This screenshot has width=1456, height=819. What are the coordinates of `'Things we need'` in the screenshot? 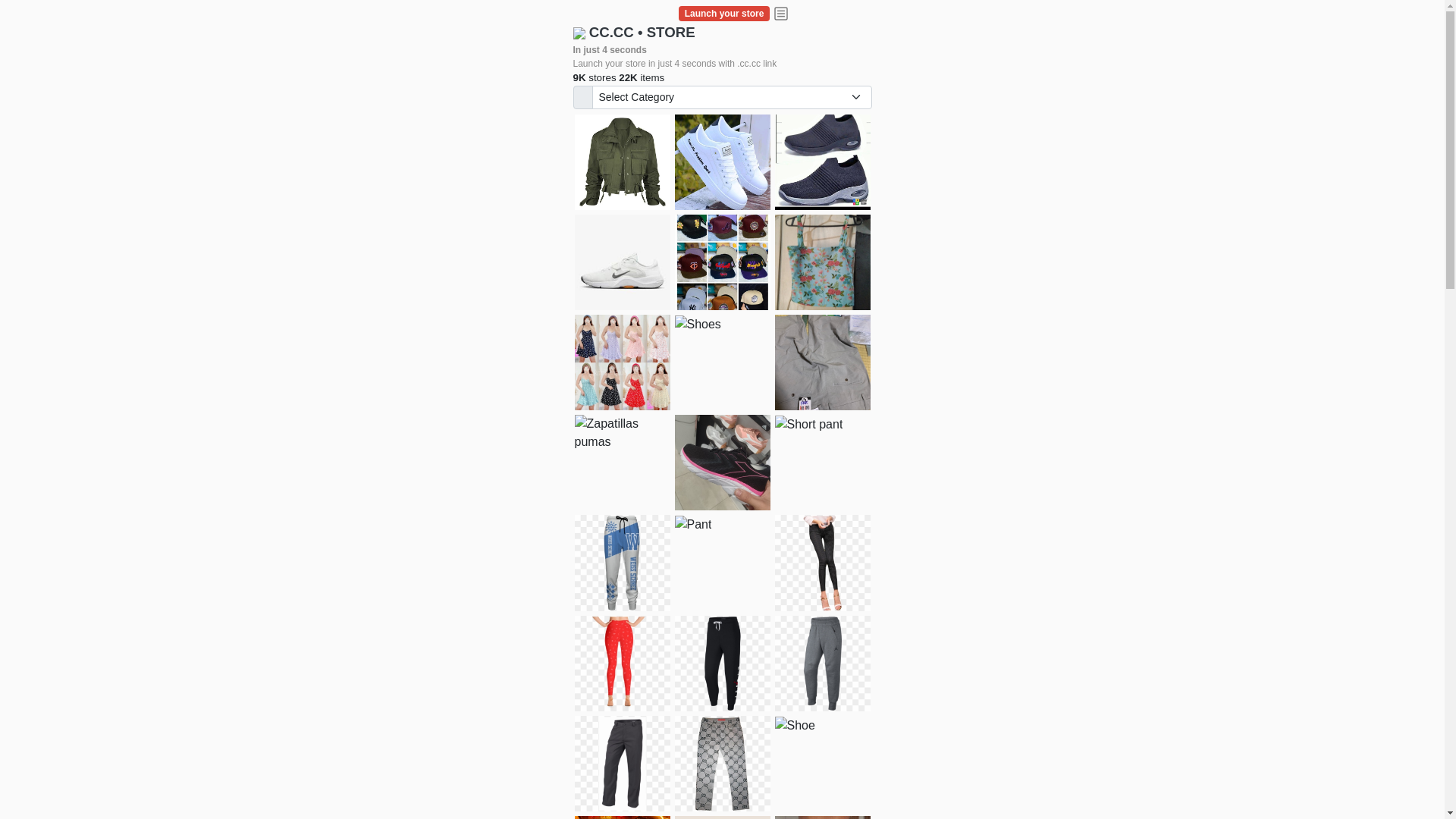 It's located at (722, 262).